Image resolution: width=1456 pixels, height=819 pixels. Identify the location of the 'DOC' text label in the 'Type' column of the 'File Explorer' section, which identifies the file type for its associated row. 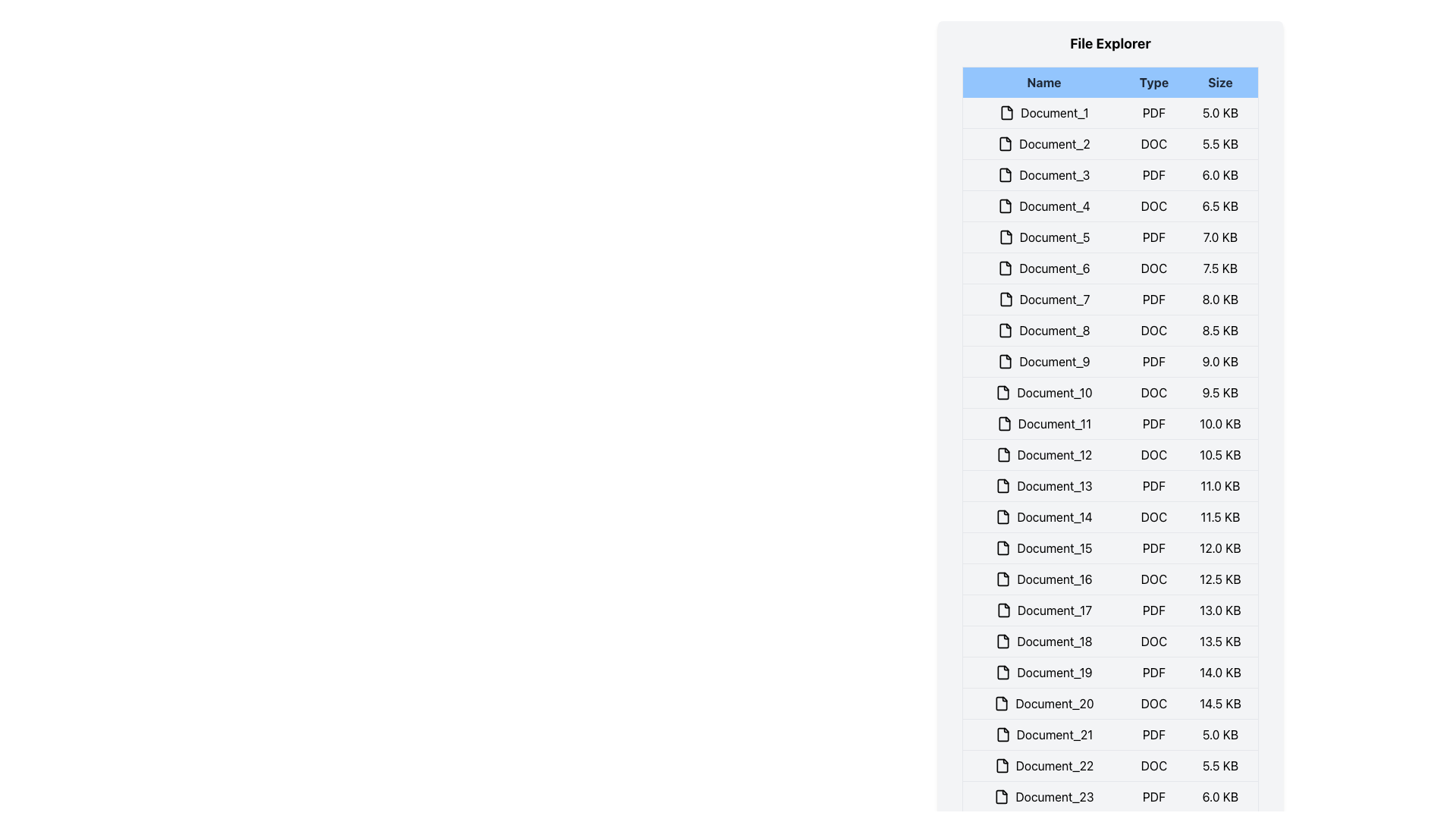
(1153, 143).